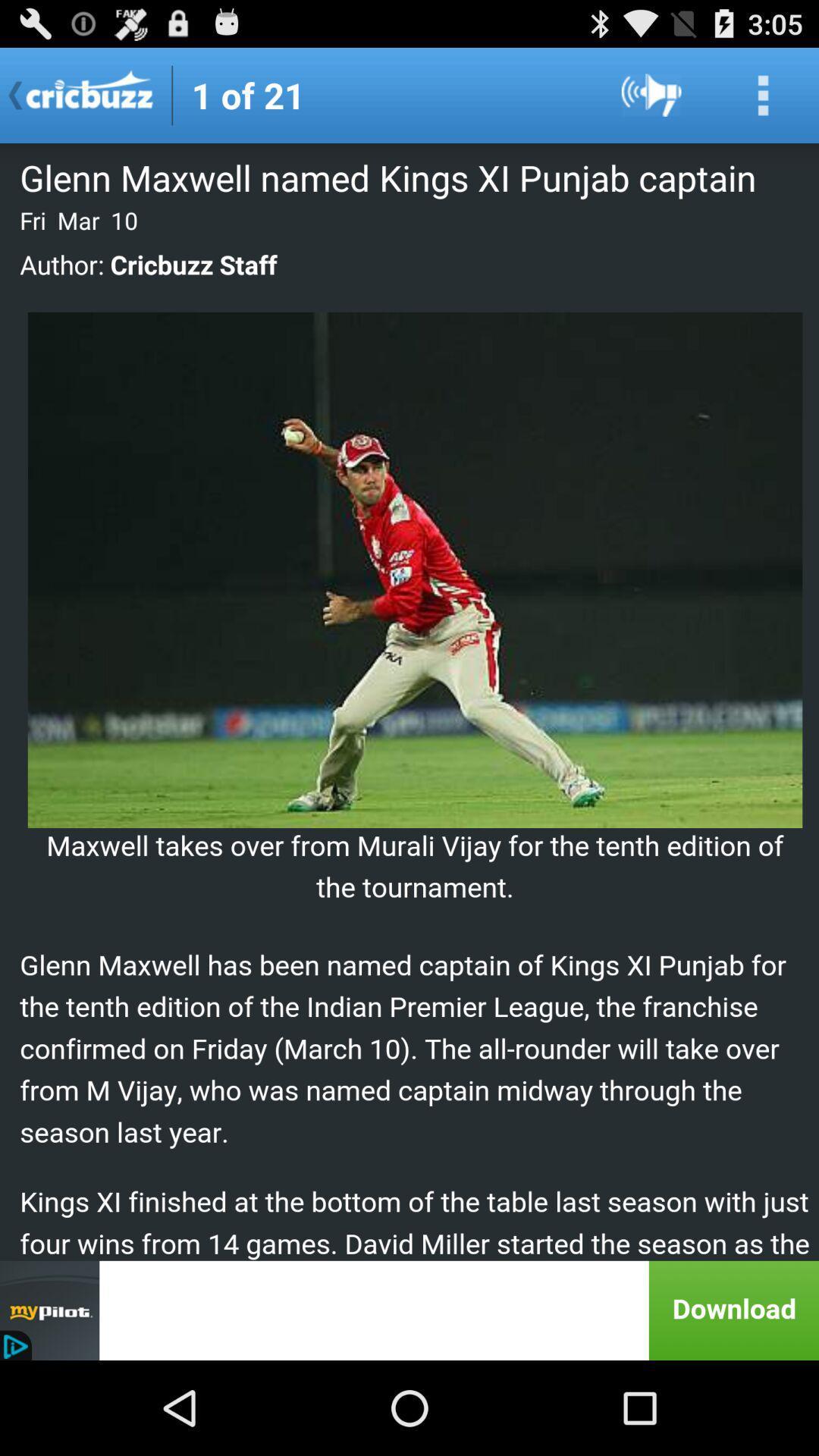 The width and height of the screenshot is (819, 1456). I want to click on details about advertisement, so click(409, 1310).